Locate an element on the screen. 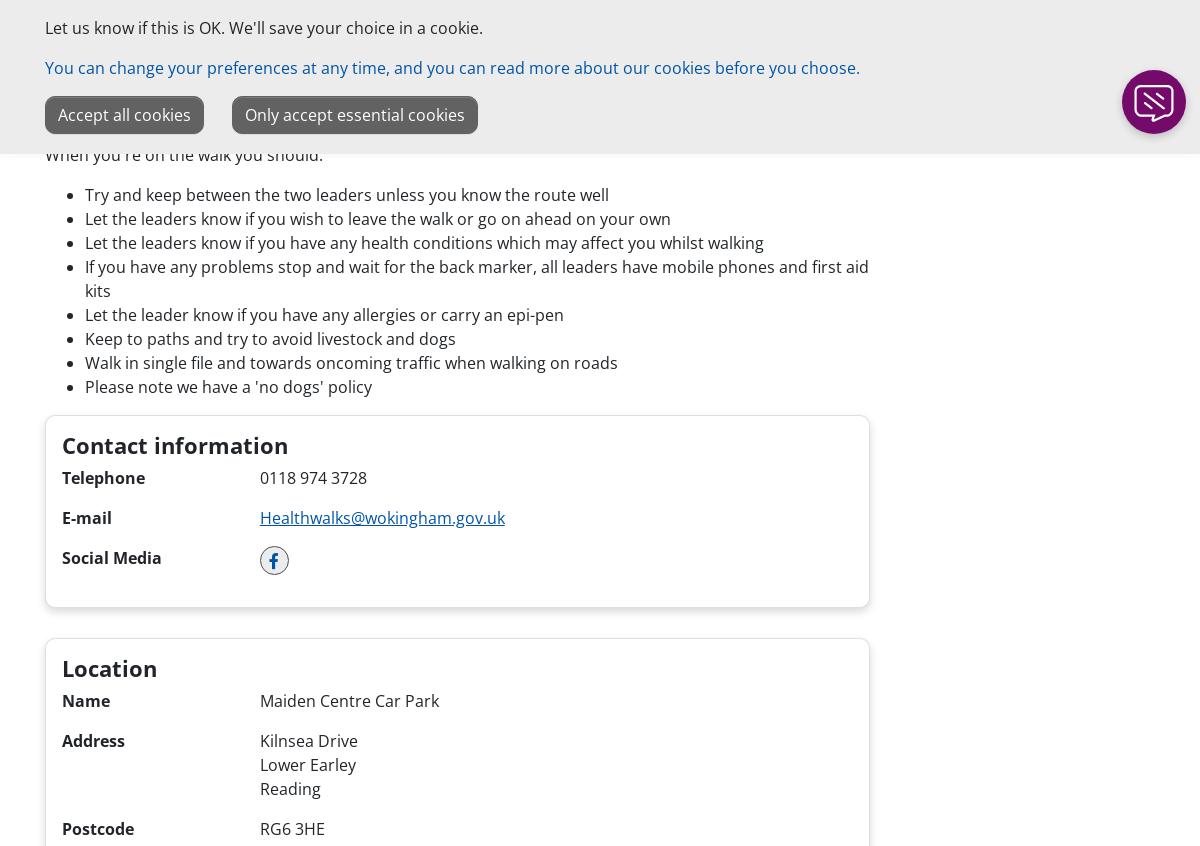  'Reading' is located at coordinates (288, 788).